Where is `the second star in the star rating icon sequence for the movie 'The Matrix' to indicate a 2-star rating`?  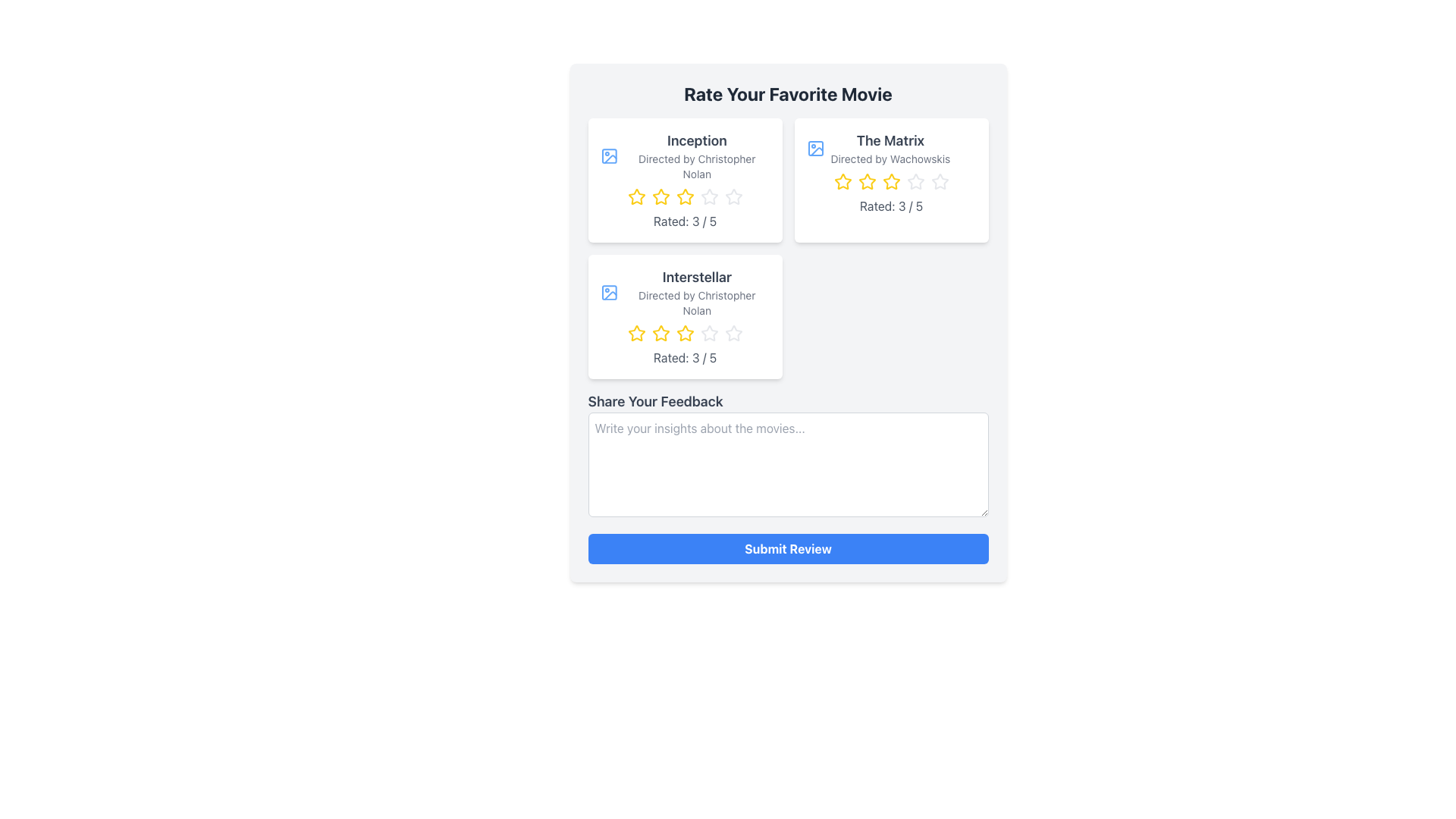
the second star in the star rating icon sequence for the movie 'The Matrix' to indicate a 2-star rating is located at coordinates (866, 180).